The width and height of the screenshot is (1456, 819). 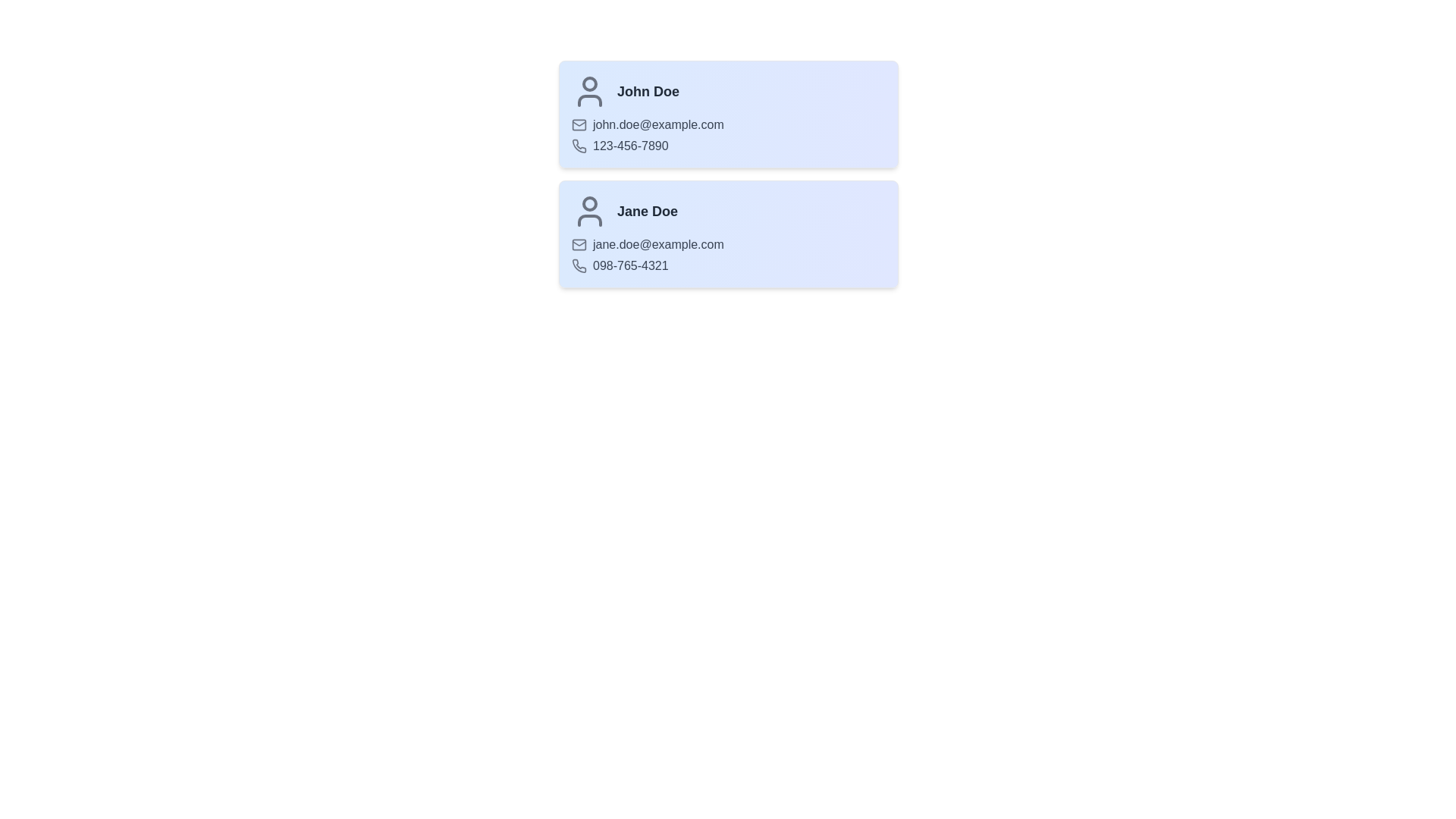 What do you see at coordinates (578, 244) in the screenshot?
I see `the email icon for Jane Doe` at bounding box center [578, 244].